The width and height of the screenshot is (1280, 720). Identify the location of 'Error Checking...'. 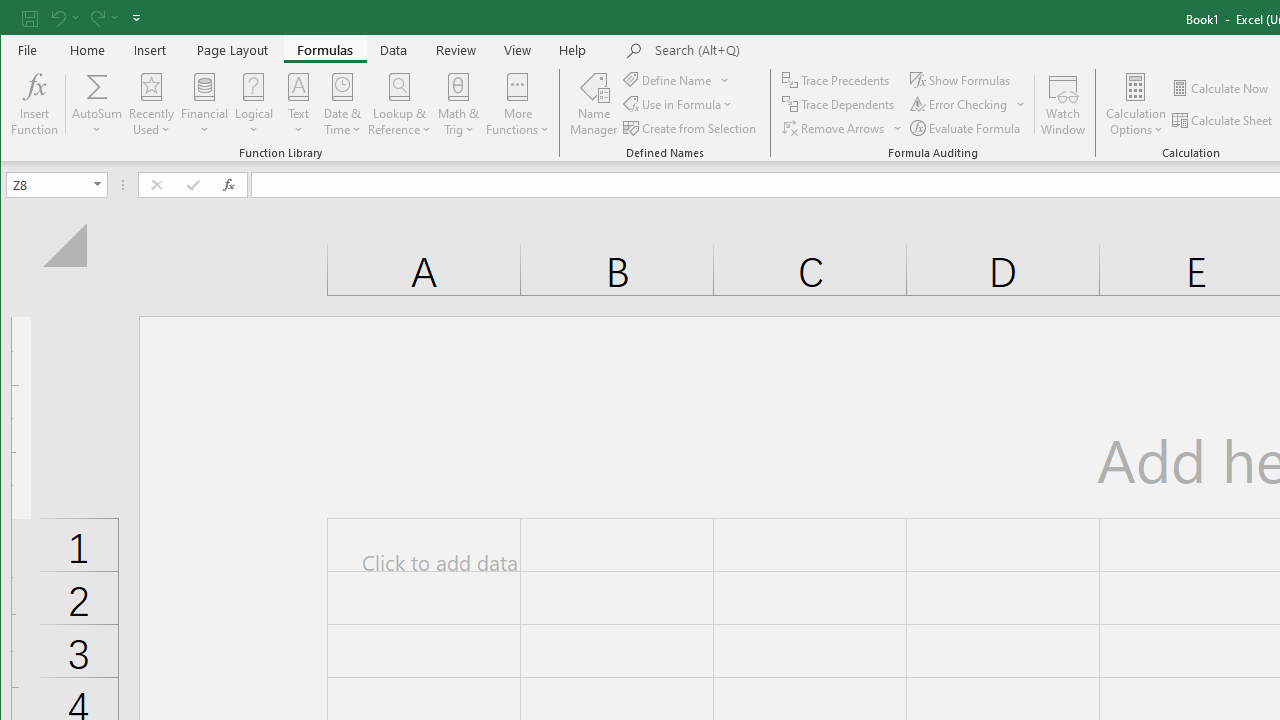
(960, 104).